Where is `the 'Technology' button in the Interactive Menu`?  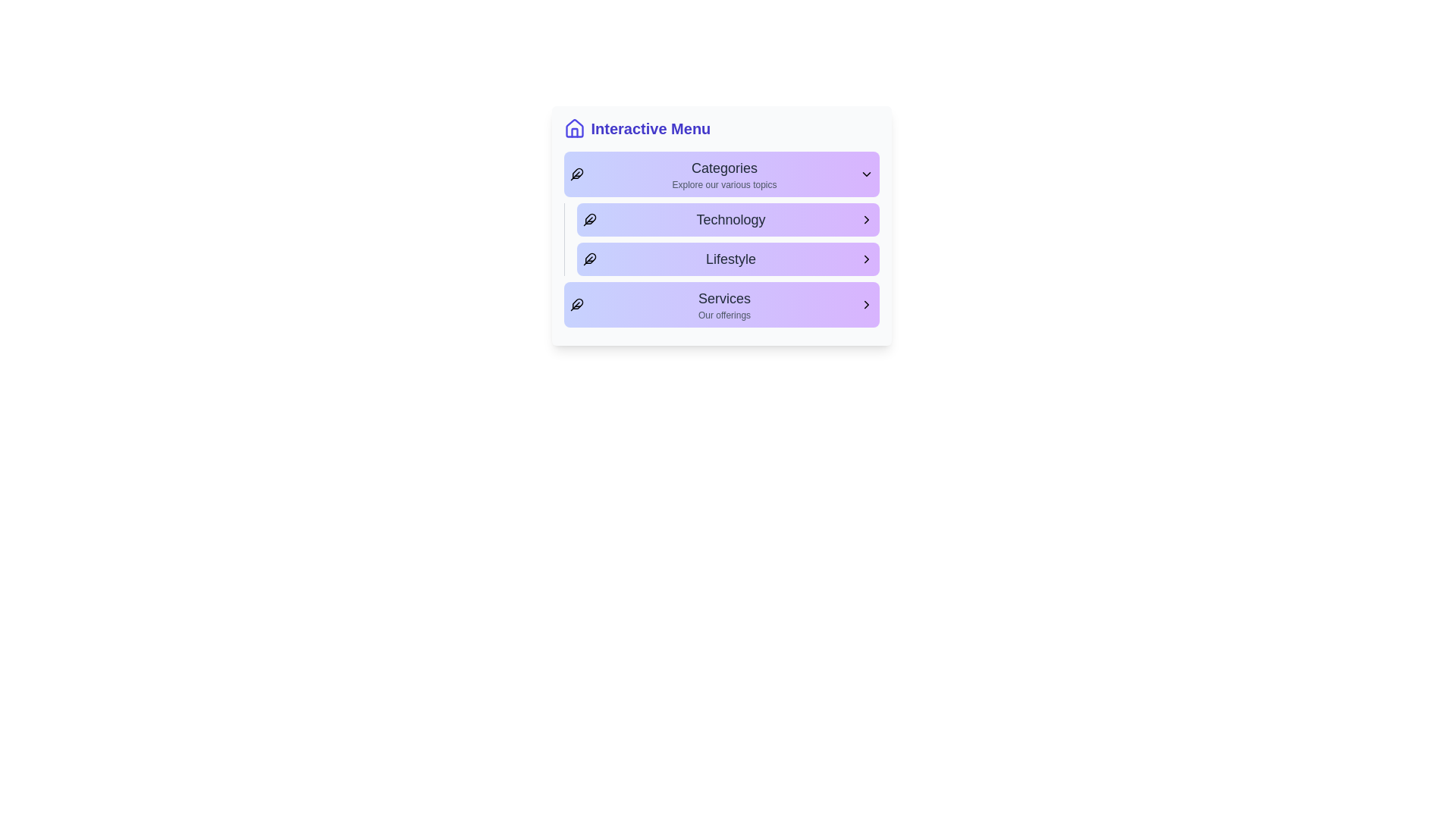
the 'Technology' button in the Interactive Menu is located at coordinates (720, 225).